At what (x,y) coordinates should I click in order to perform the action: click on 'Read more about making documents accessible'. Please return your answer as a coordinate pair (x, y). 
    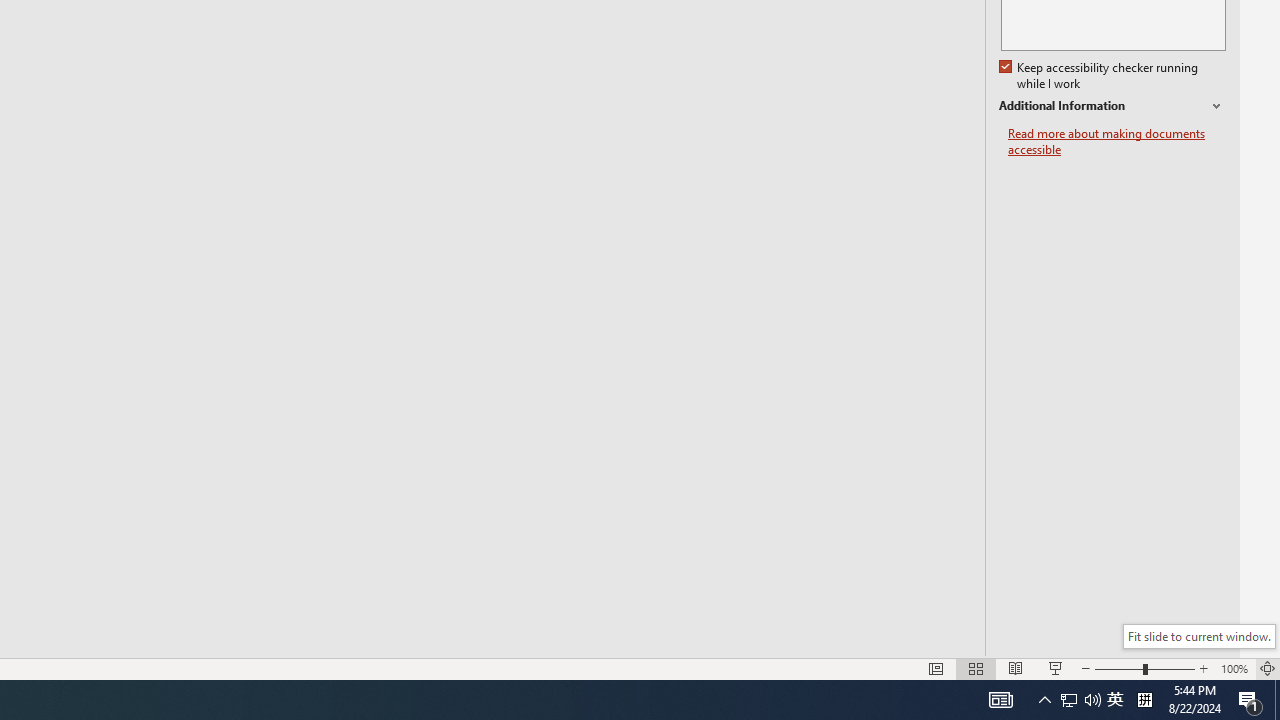
    Looking at the image, I should click on (1116, 141).